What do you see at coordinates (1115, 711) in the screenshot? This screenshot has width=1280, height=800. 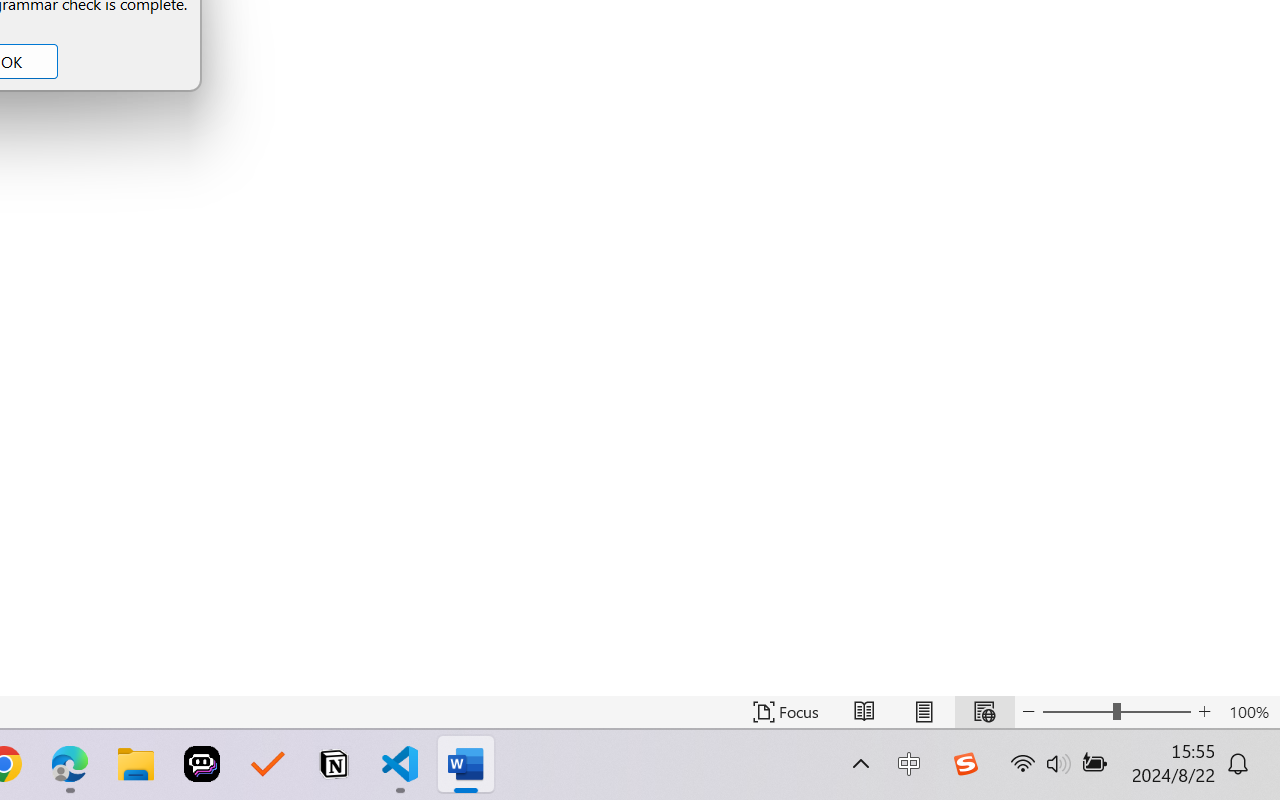 I see `'Zoom'` at bounding box center [1115, 711].